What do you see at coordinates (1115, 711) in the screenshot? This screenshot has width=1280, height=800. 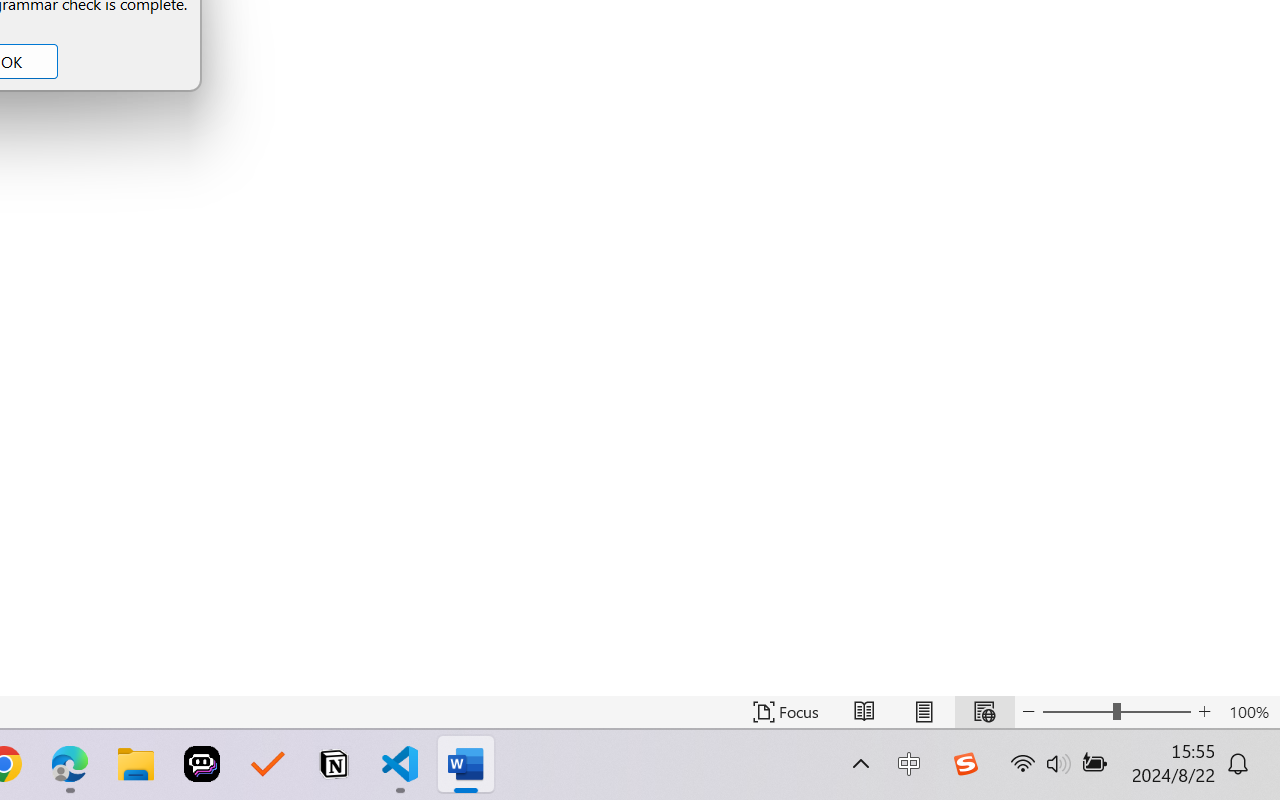 I see `'Zoom'` at bounding box center [1115, 711].